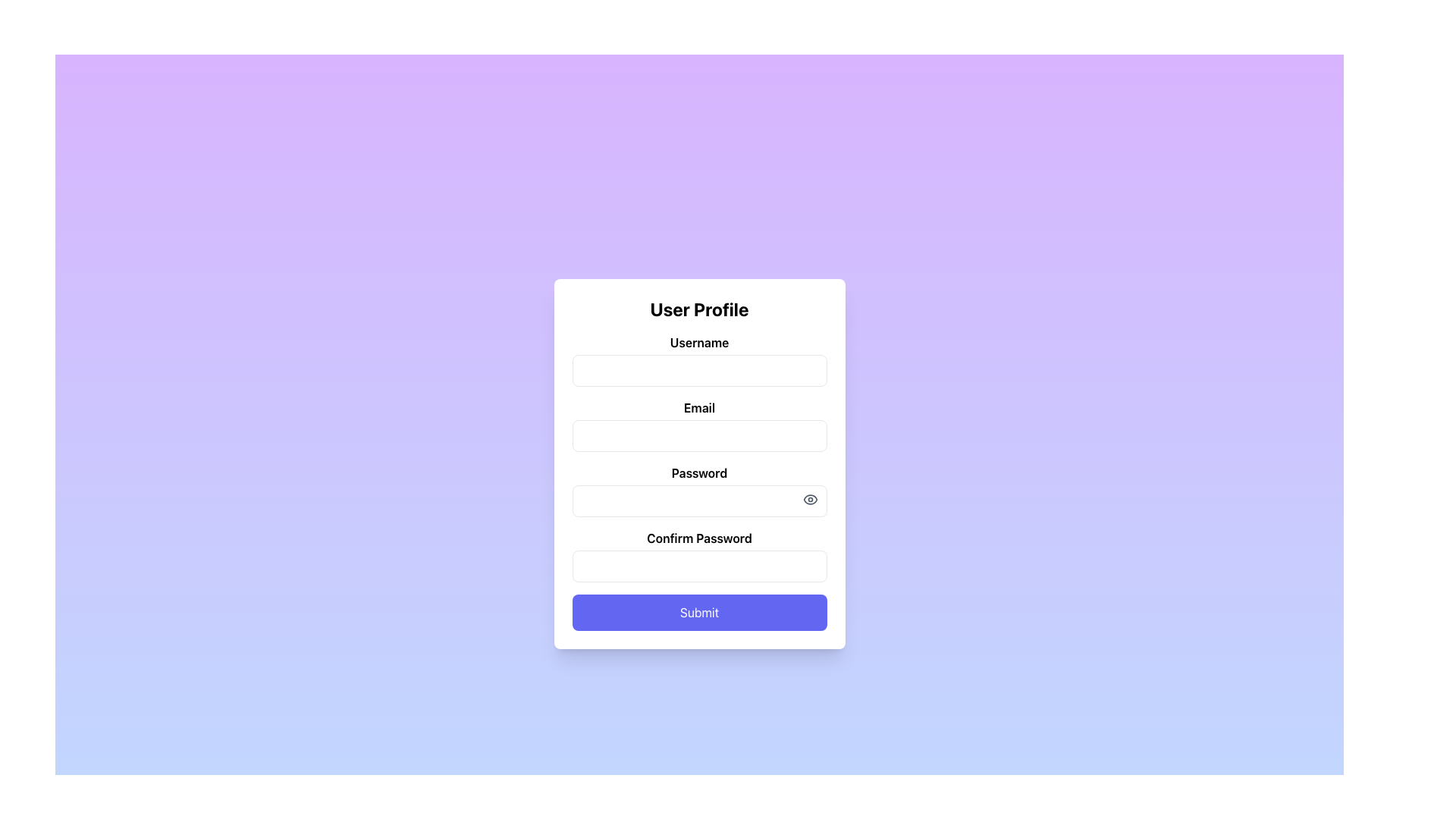 The width and height of the screenshot is (1456, 819). What do you see at coordinates (698, 491) in the screenshot?
I see `the Password input field to focus on it, which is labeled 'Password' and located beneath the 'Email' field` at bounding box center [698, 491].